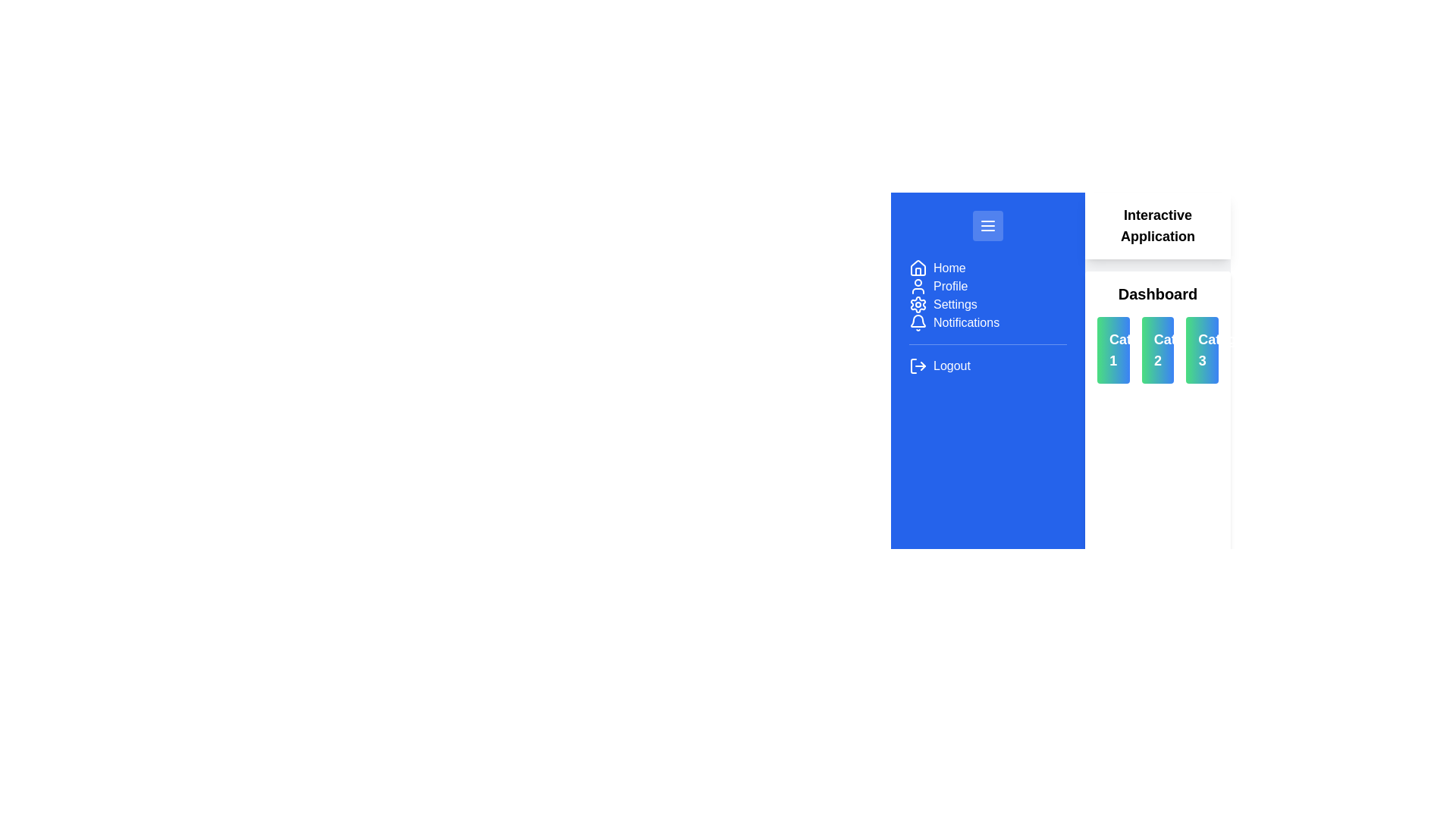 This screenshot has height=819, width=1456. I want to click on the Text label within the navigation menu, so click(965, 322).